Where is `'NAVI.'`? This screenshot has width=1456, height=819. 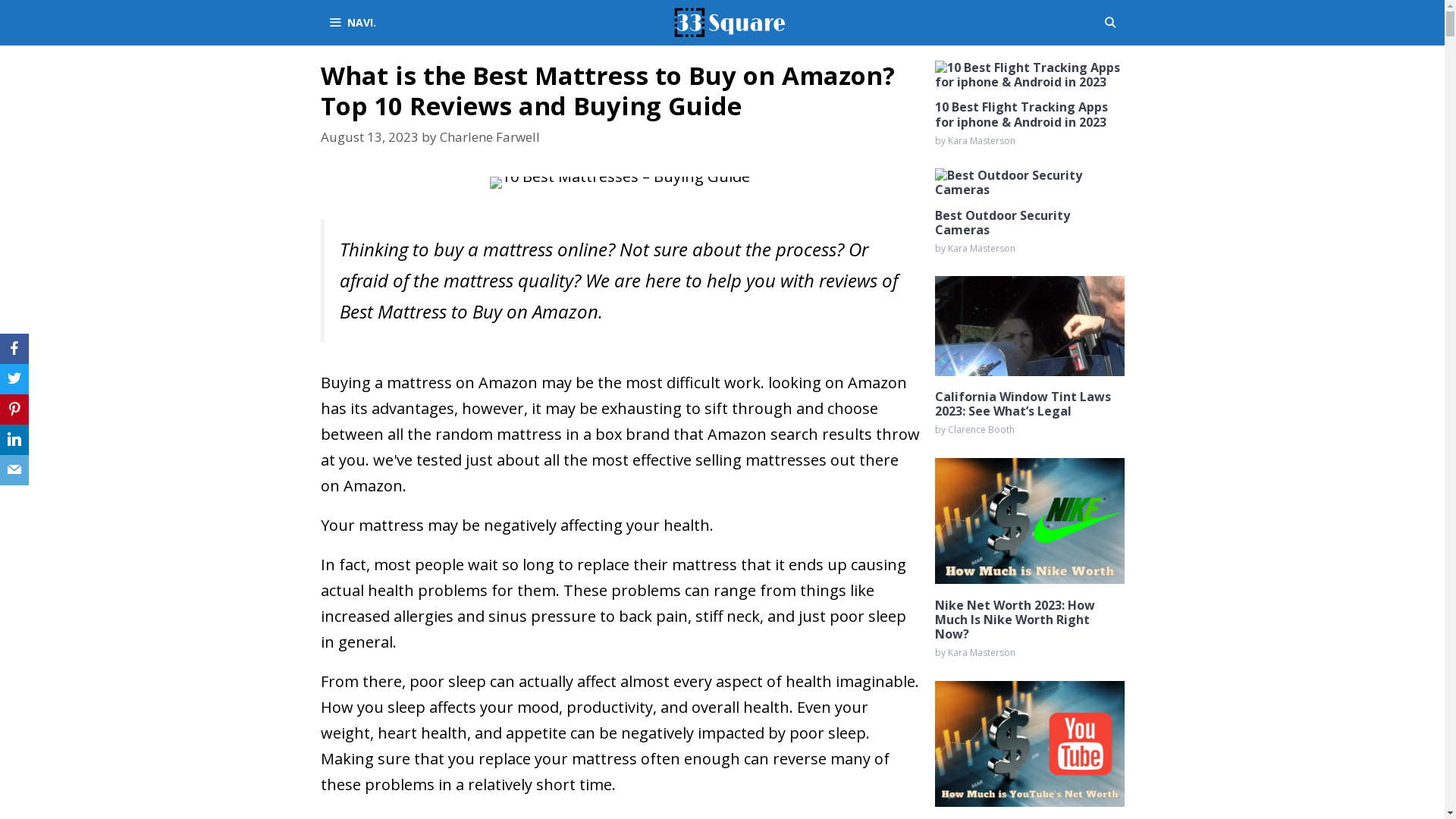
'NAVI.' is located at coordinates (350, 23).